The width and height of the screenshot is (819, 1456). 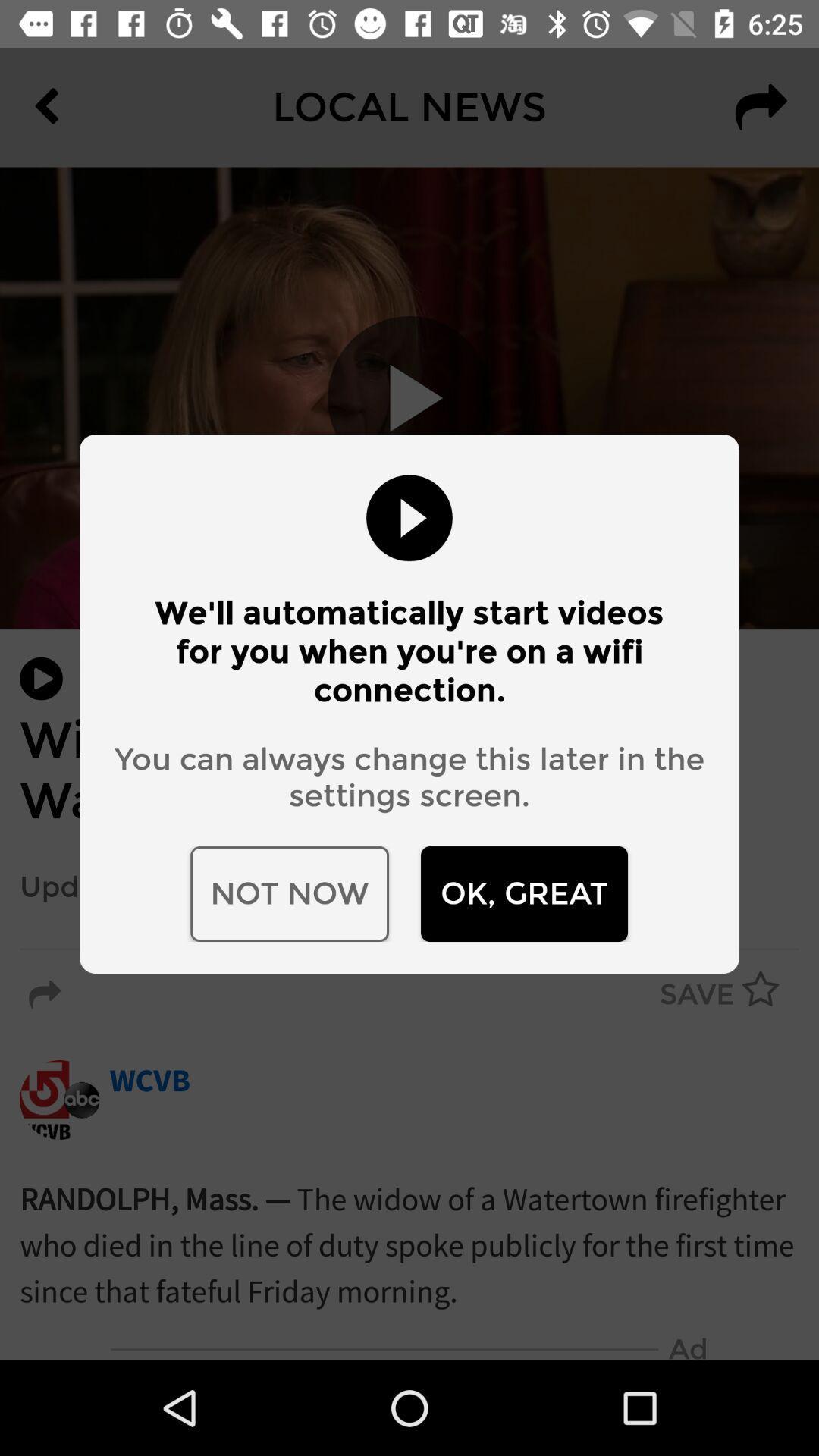 What do you see at coordinates (761, 106) in the screenshot?
I see `the redo icon` at bounding box center [761, 106].